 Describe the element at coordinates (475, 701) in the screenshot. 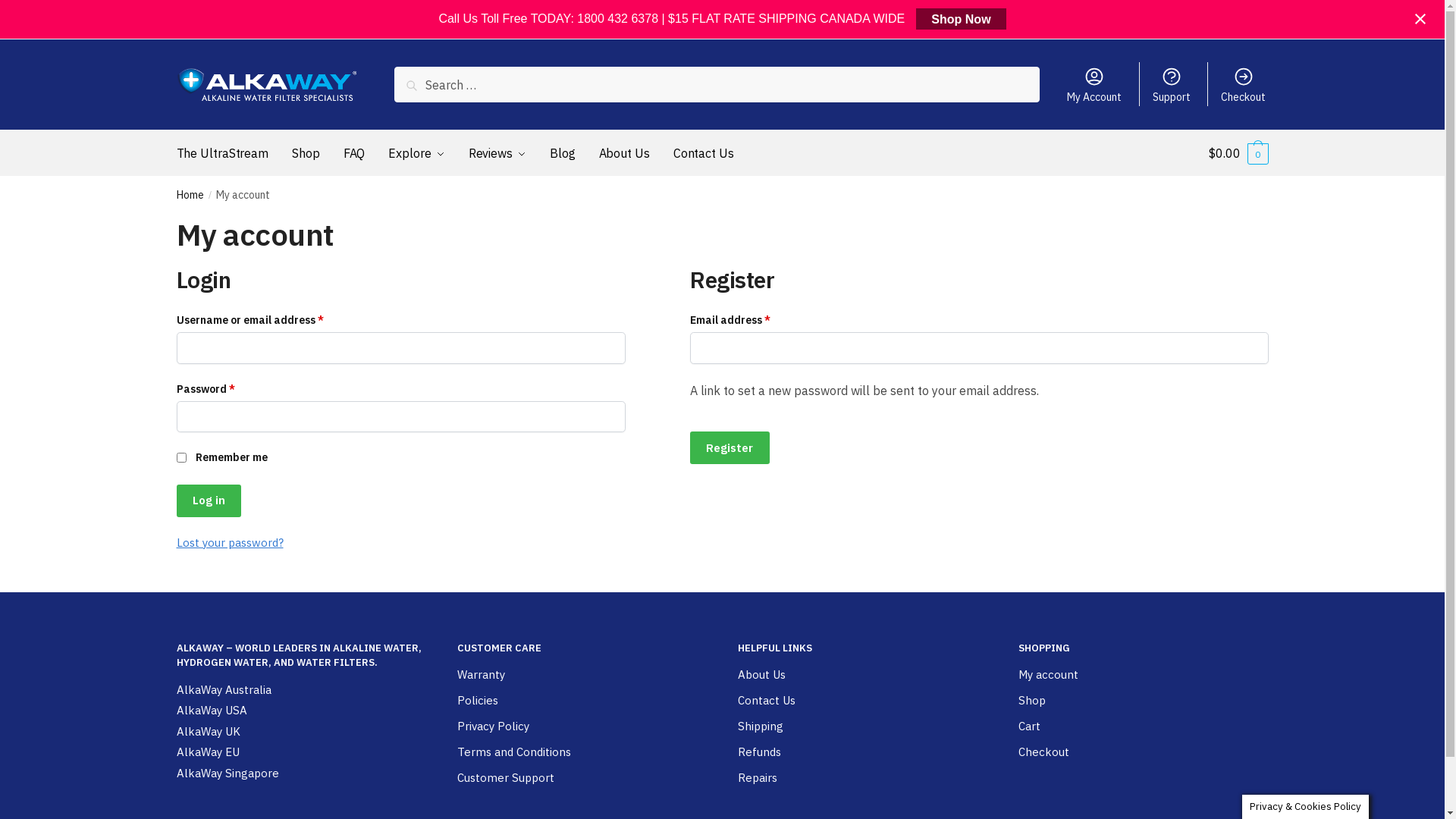

I see `'Policies'` at that location.